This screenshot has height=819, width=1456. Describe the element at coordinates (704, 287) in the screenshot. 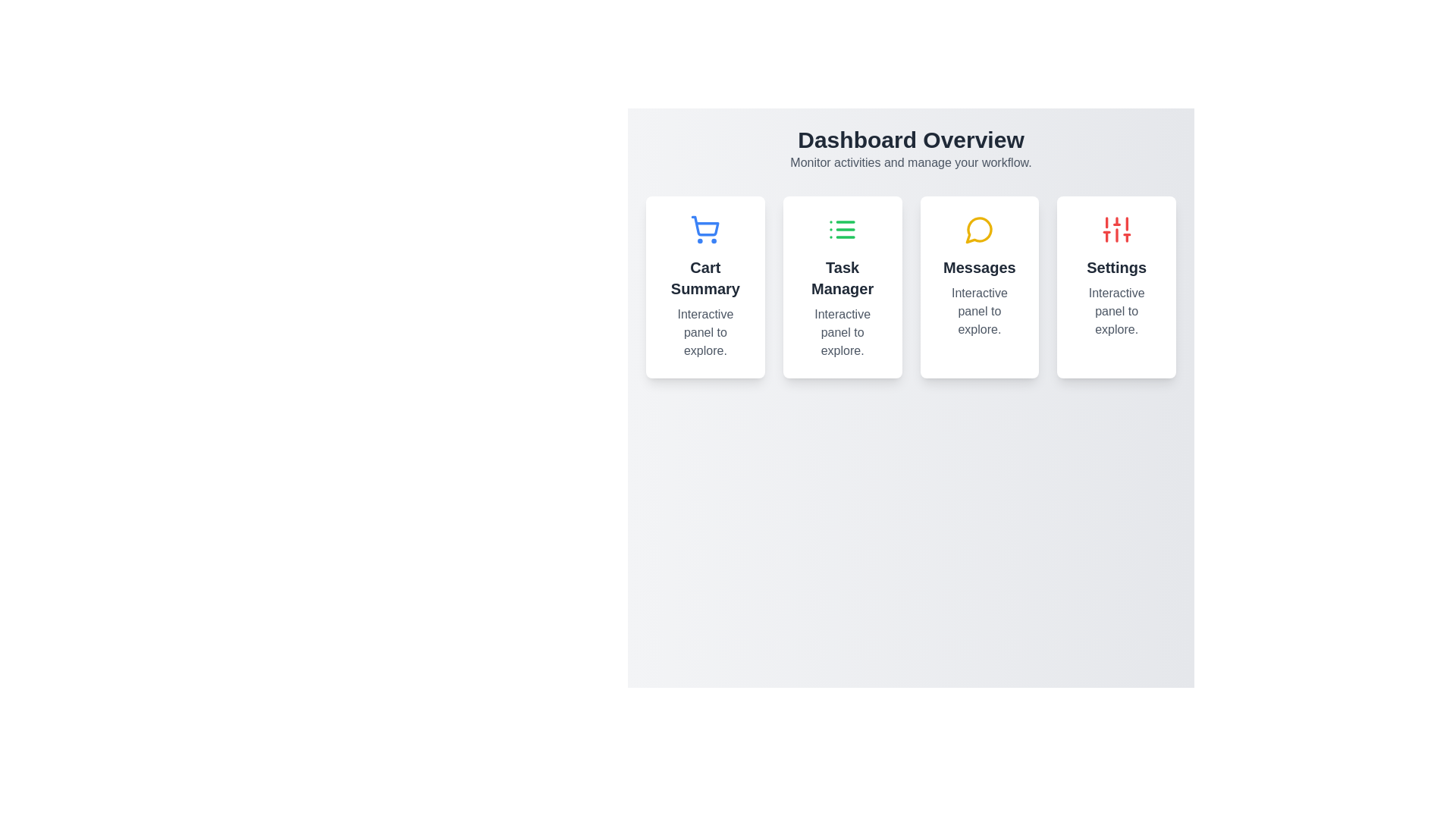

I see `the Interactive Information Panel featuring a blue shopping cart icon and 'Cart Summary' text for additional info` at that location.